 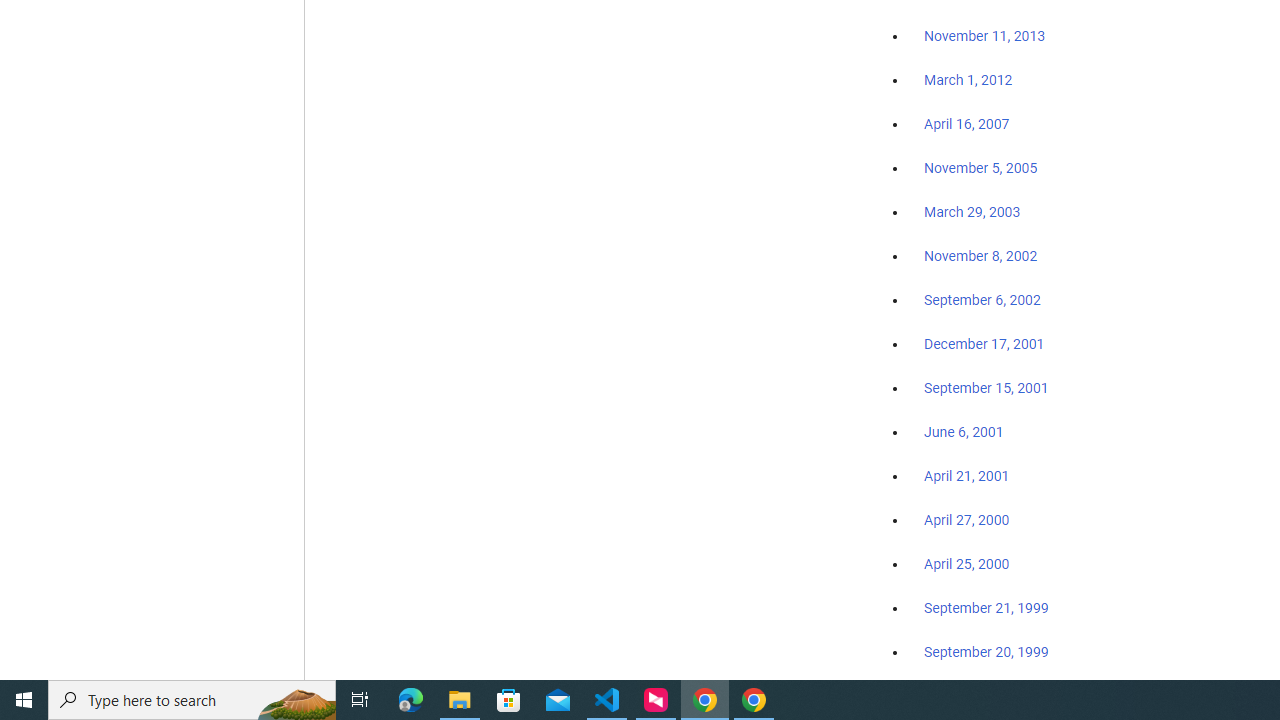 What do you see at coordinates (967, 124) in the screenshot?
I see `'April 16, 2007'` at bounding box center [967, 124].